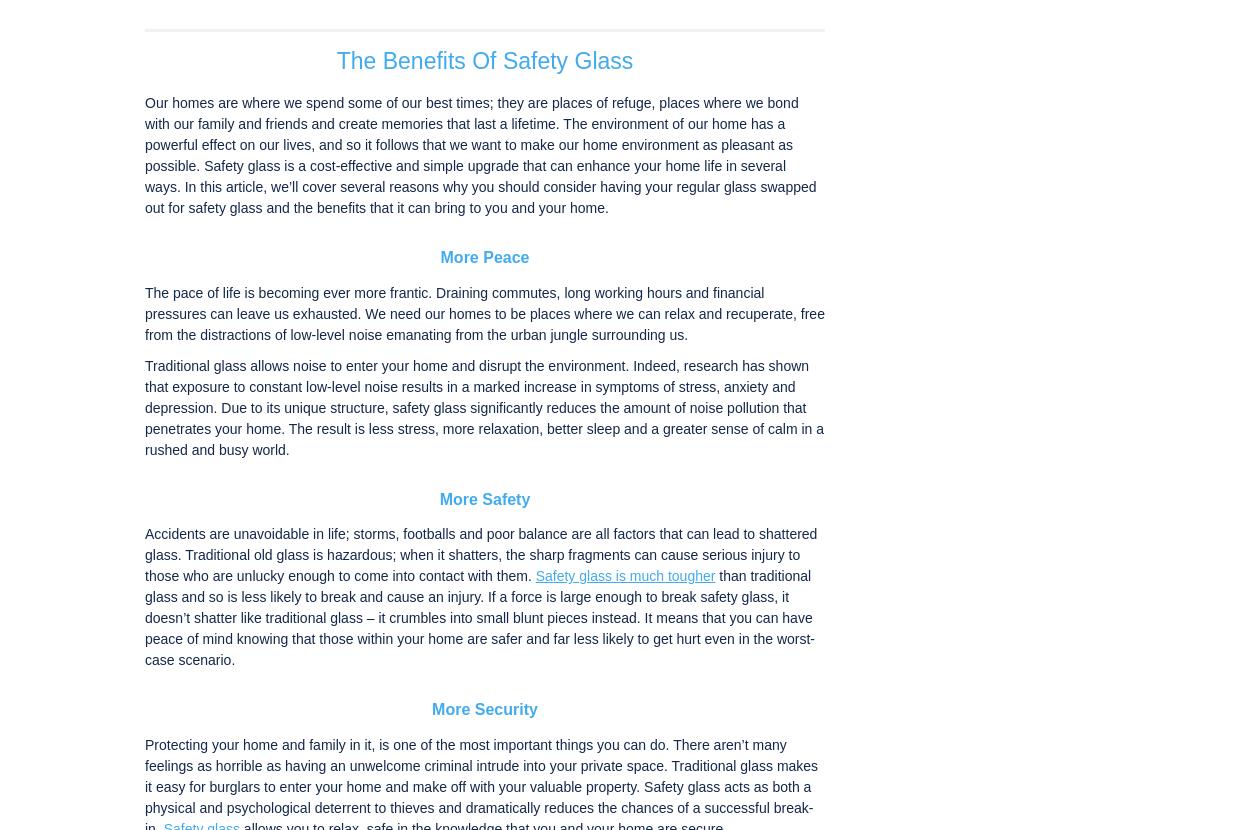 The image size is (1250, 830). Describe the element at coordinates (483, 708) in the screenshot. I see `'More Security'` at that location.